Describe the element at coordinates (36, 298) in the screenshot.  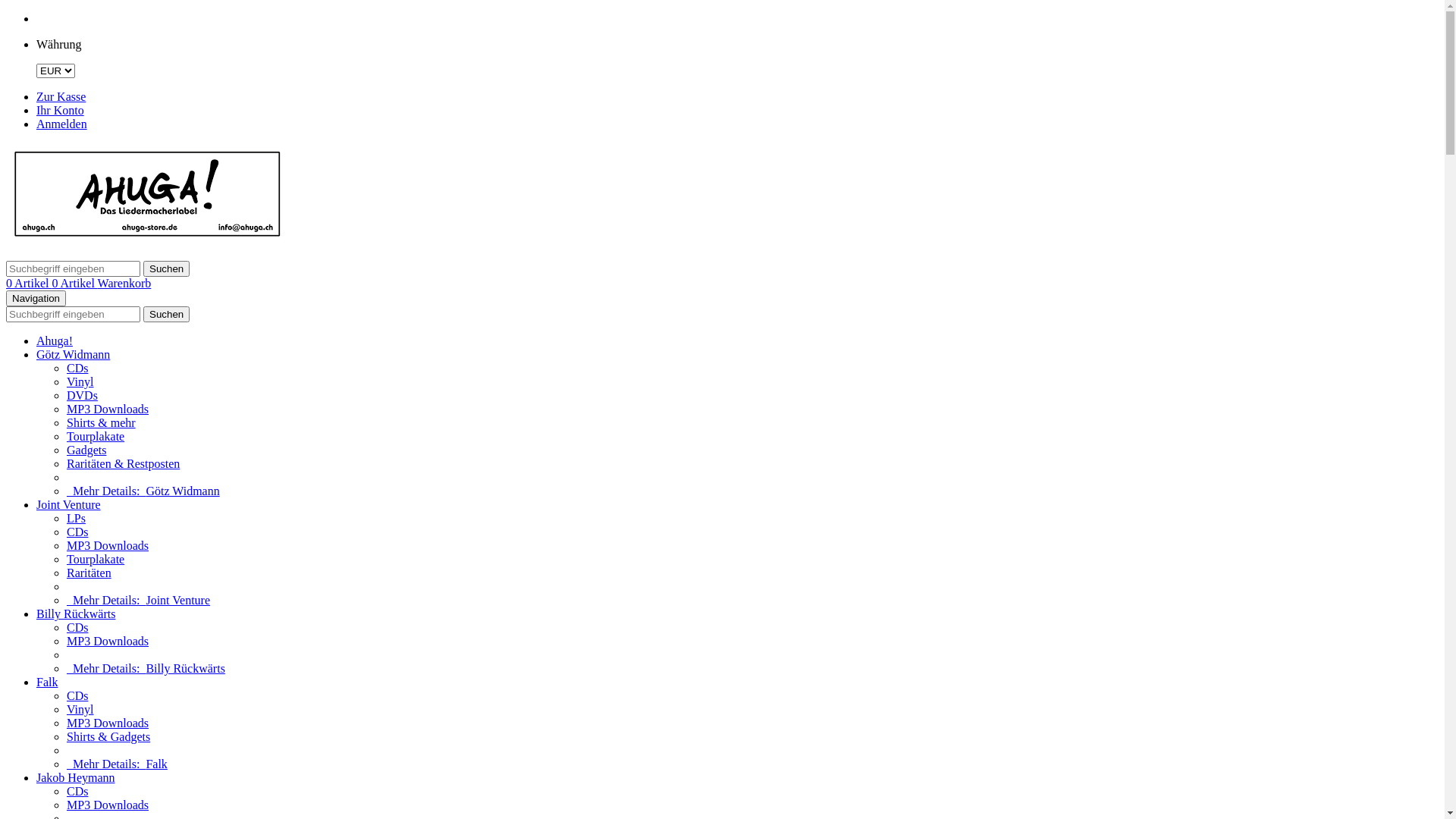
I see `'Navigation'` at that location.